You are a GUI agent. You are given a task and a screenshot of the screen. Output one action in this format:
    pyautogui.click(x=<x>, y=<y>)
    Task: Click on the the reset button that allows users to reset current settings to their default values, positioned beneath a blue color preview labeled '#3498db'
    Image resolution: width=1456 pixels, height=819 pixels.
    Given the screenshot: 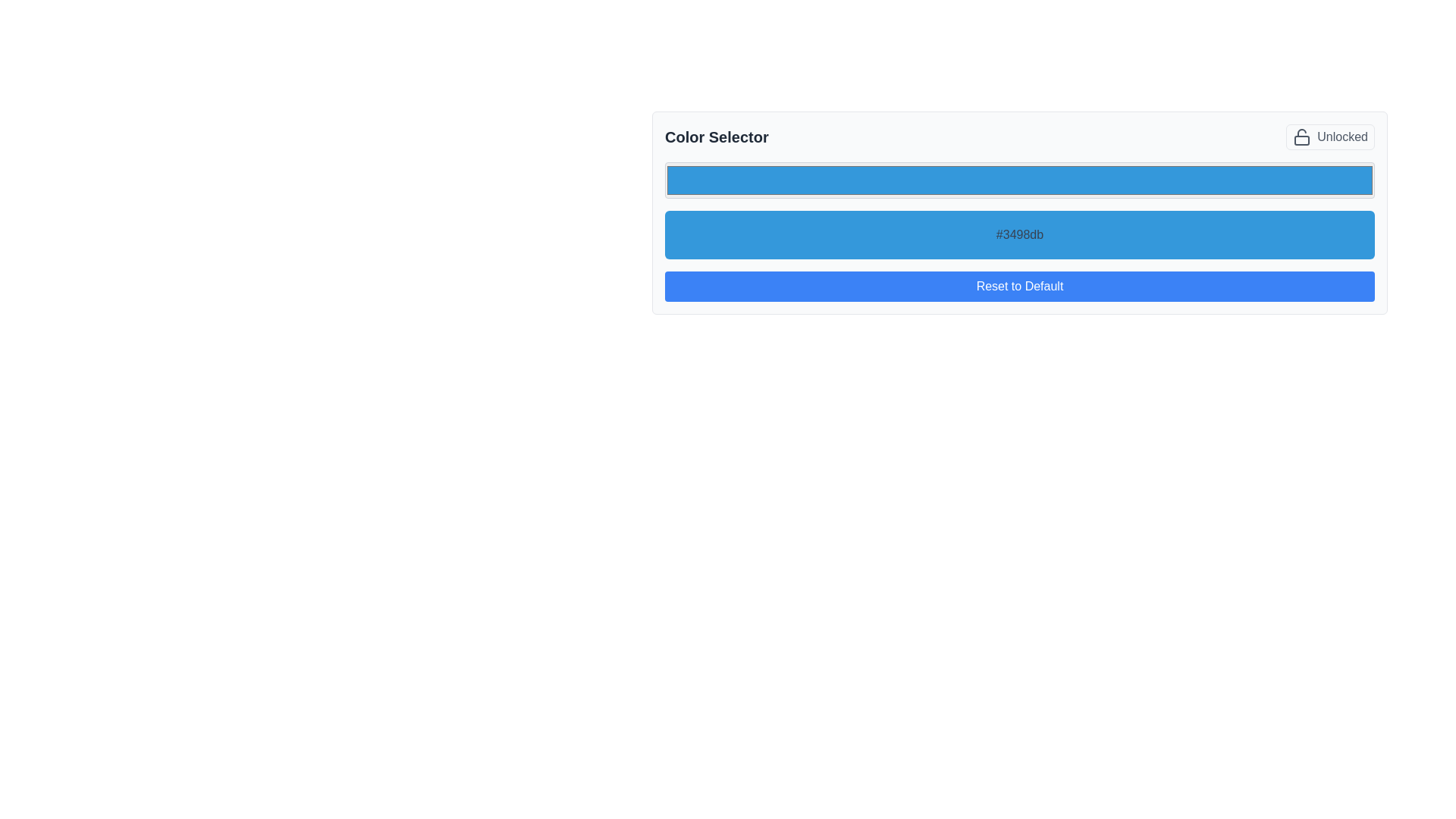 What is the action you would take?
    pyautogui.click(x=1019, y=287)
    